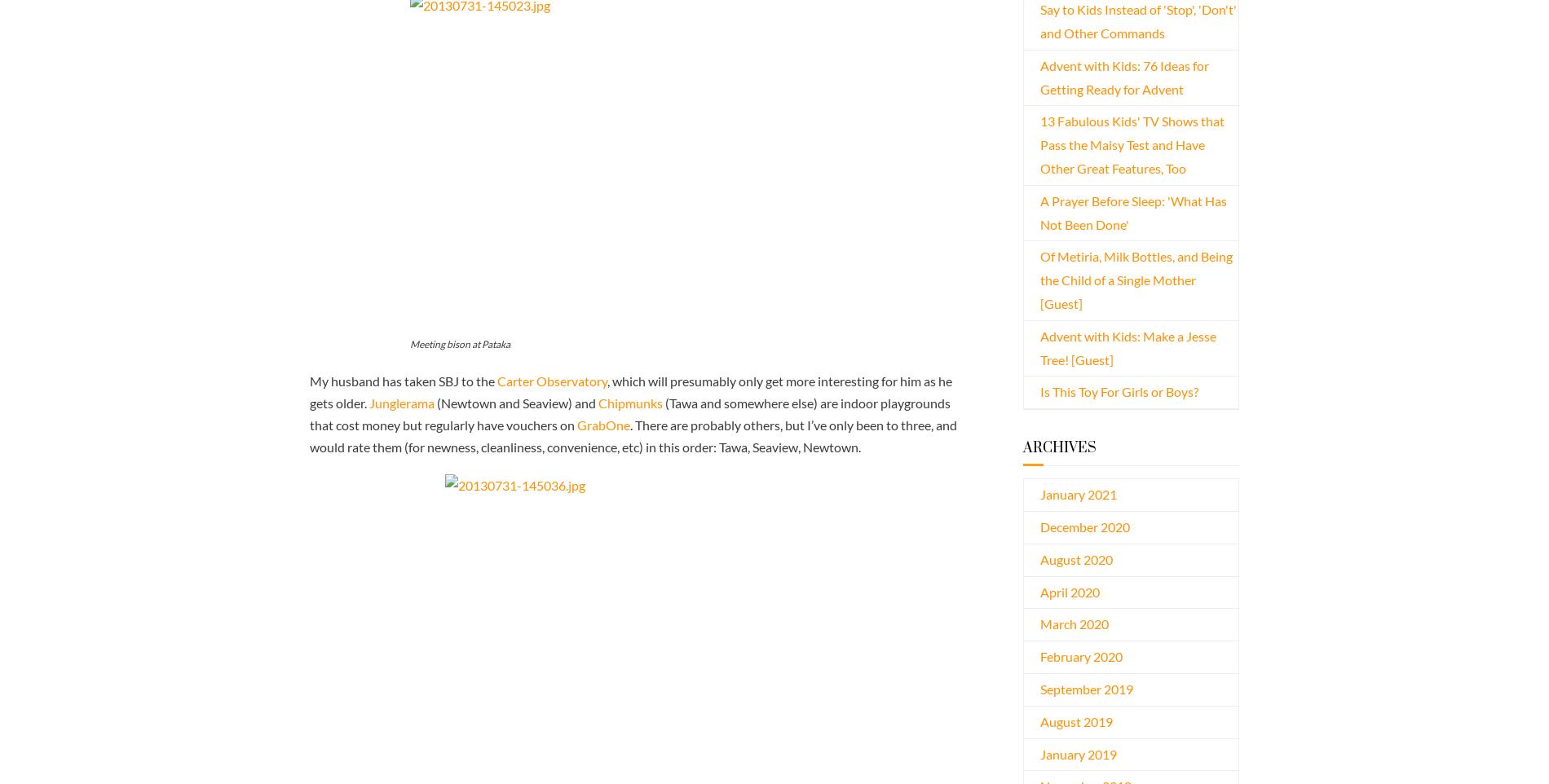  What do you see at coordinates (403, 380) in the screenshot?
I see `'My husband has taken SBJ to the'` at bounding box center [403, 380].